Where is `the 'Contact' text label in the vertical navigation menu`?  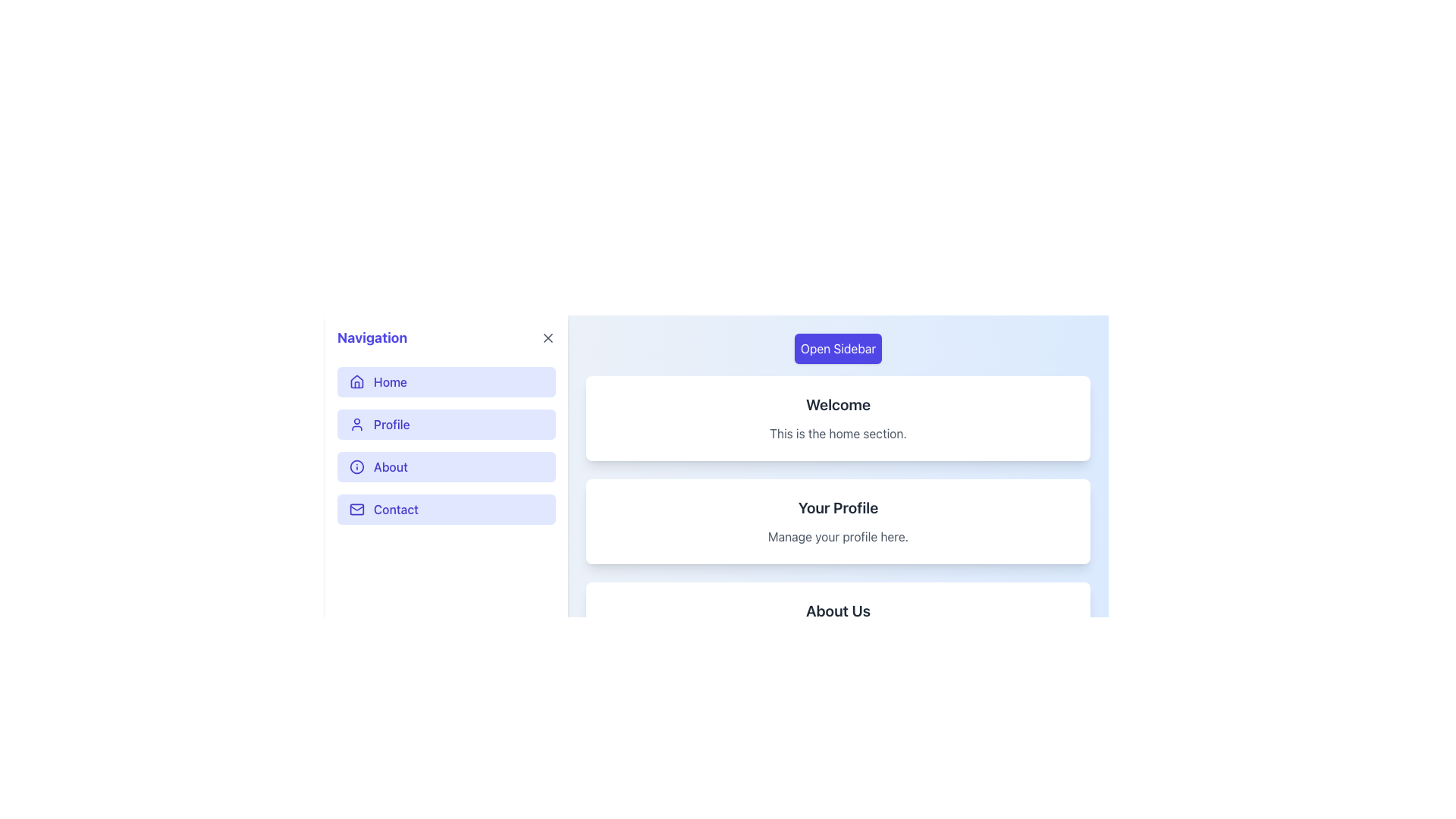
the 'Contact' text label in the vertical navigation menu is located at coordinates (396, 509).